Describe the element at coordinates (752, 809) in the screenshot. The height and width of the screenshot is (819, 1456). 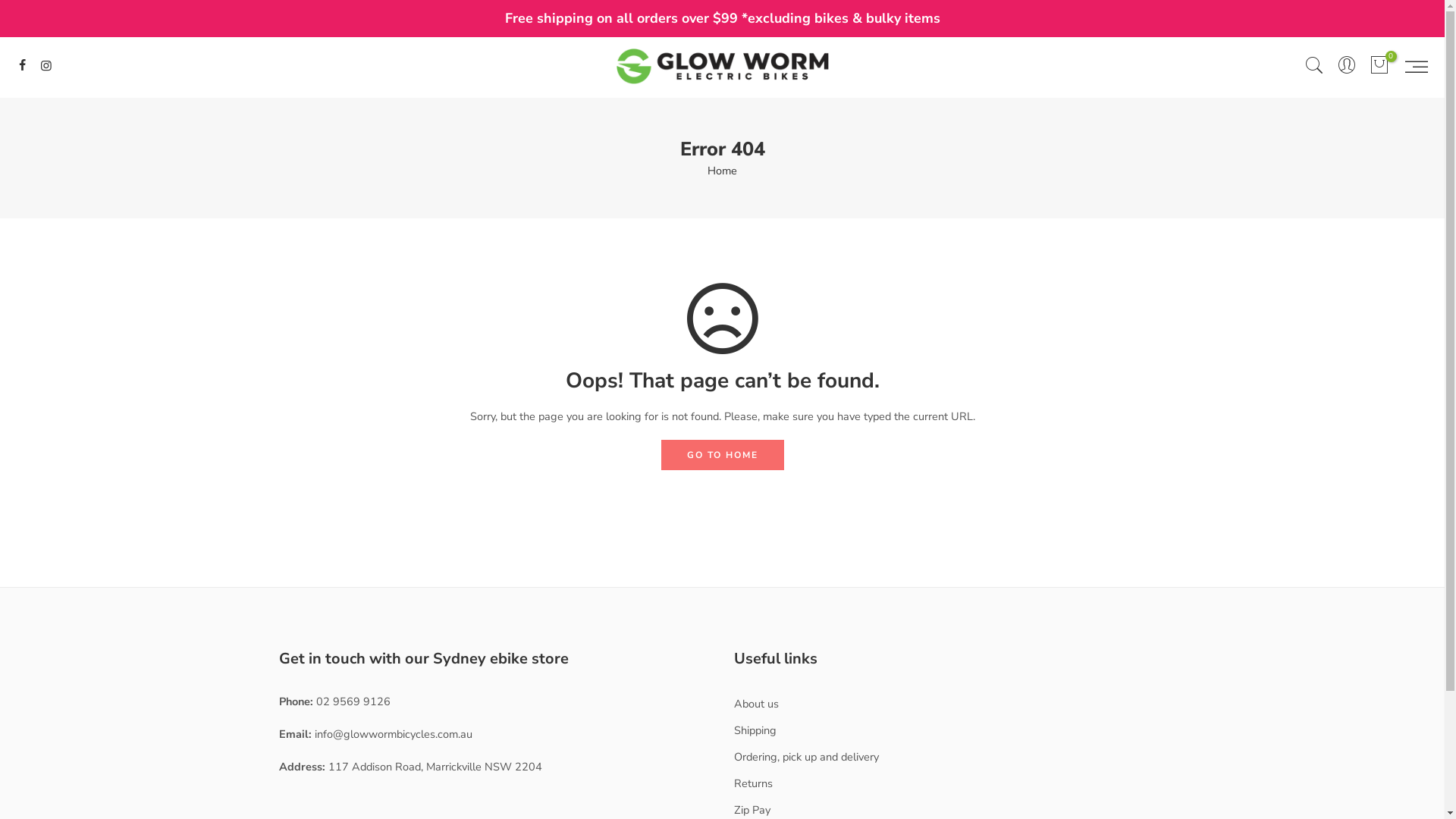
I see `'Zip Pay'` at that location.